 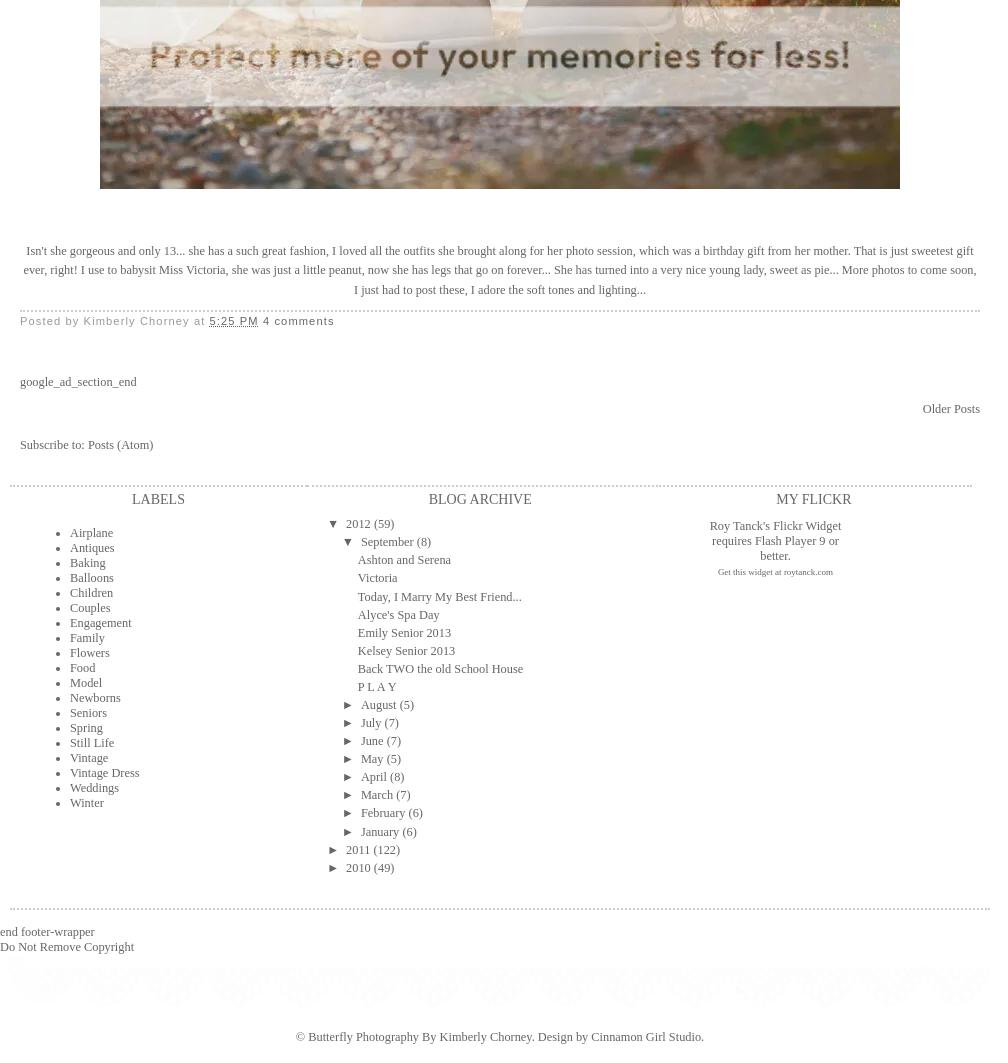 I want to click on 'January', so click(x=379, y=829).